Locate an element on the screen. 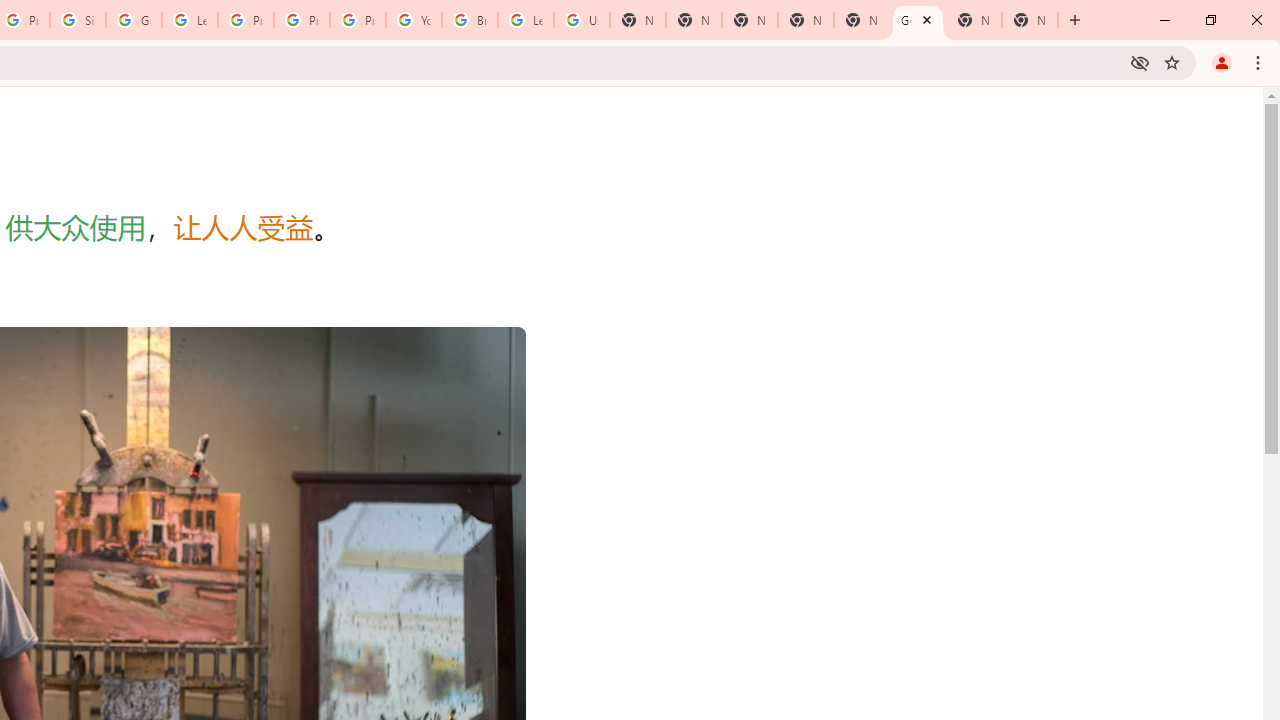 This screenshot has height=720, width=1280. 'Privacy Help Center - Policies Help' is located at coordinates (301, 20).